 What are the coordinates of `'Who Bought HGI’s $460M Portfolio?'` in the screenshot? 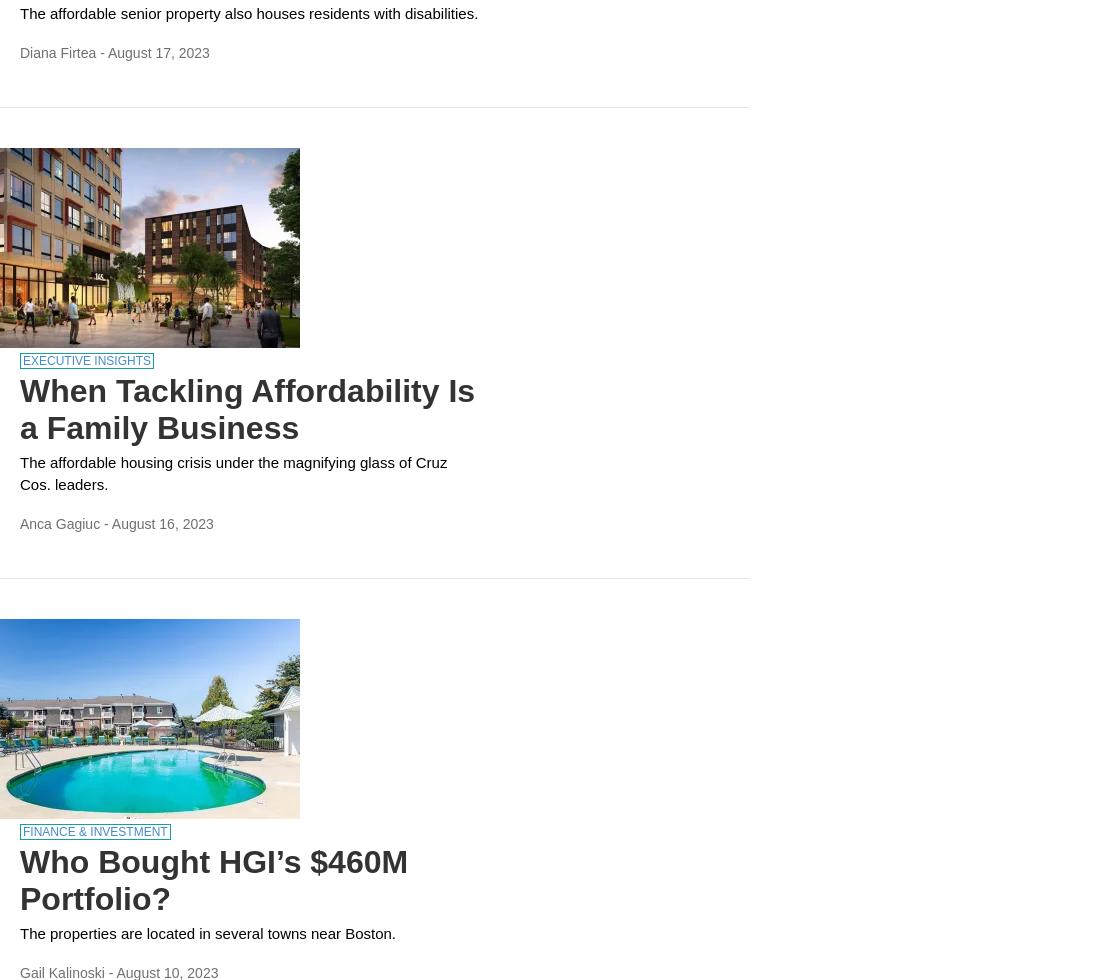 It's located at (213, 879).